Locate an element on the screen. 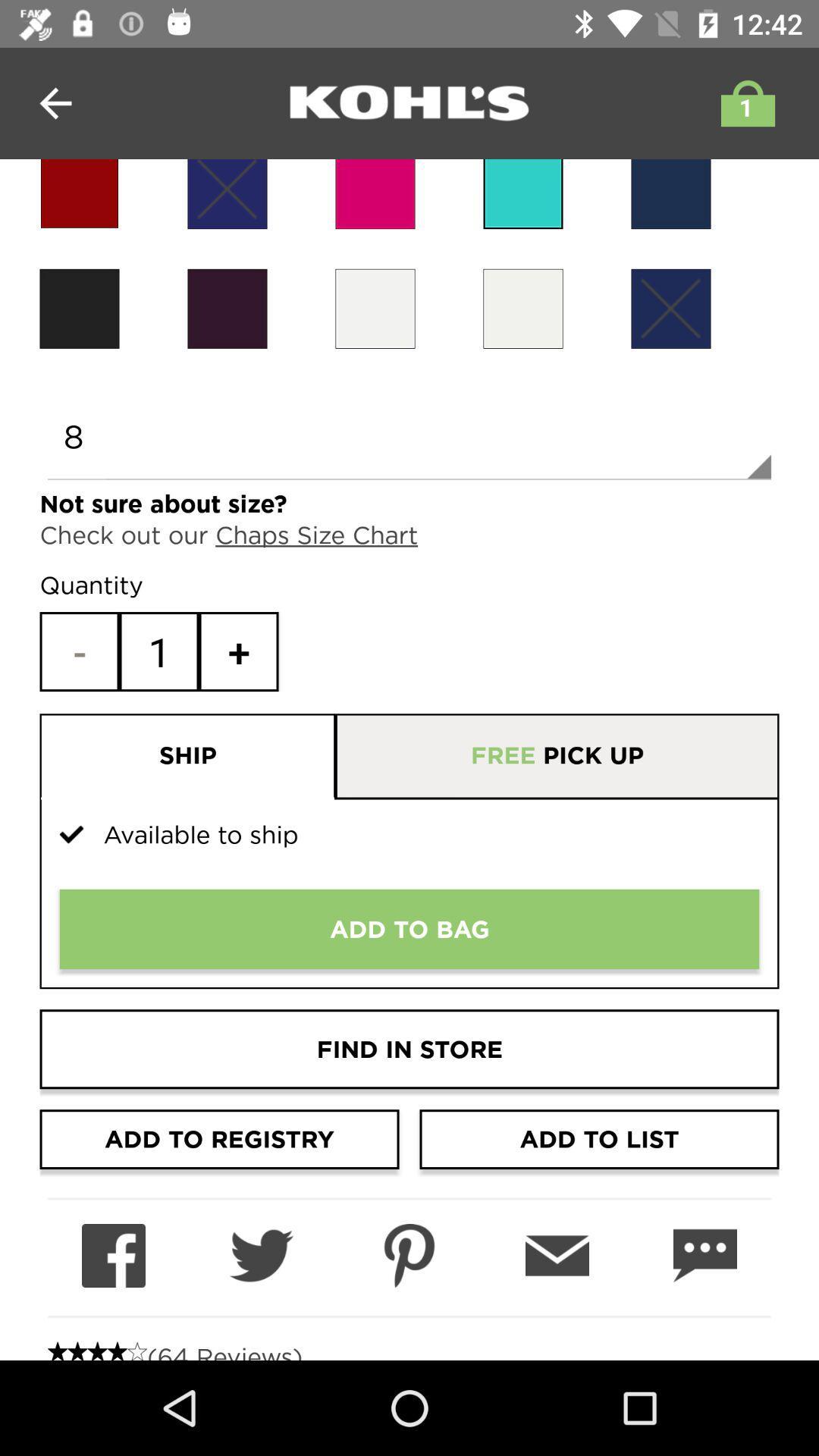 This screenshot has height=1456, width=819. send product information to facebook is located at coordinates (113, 1256).